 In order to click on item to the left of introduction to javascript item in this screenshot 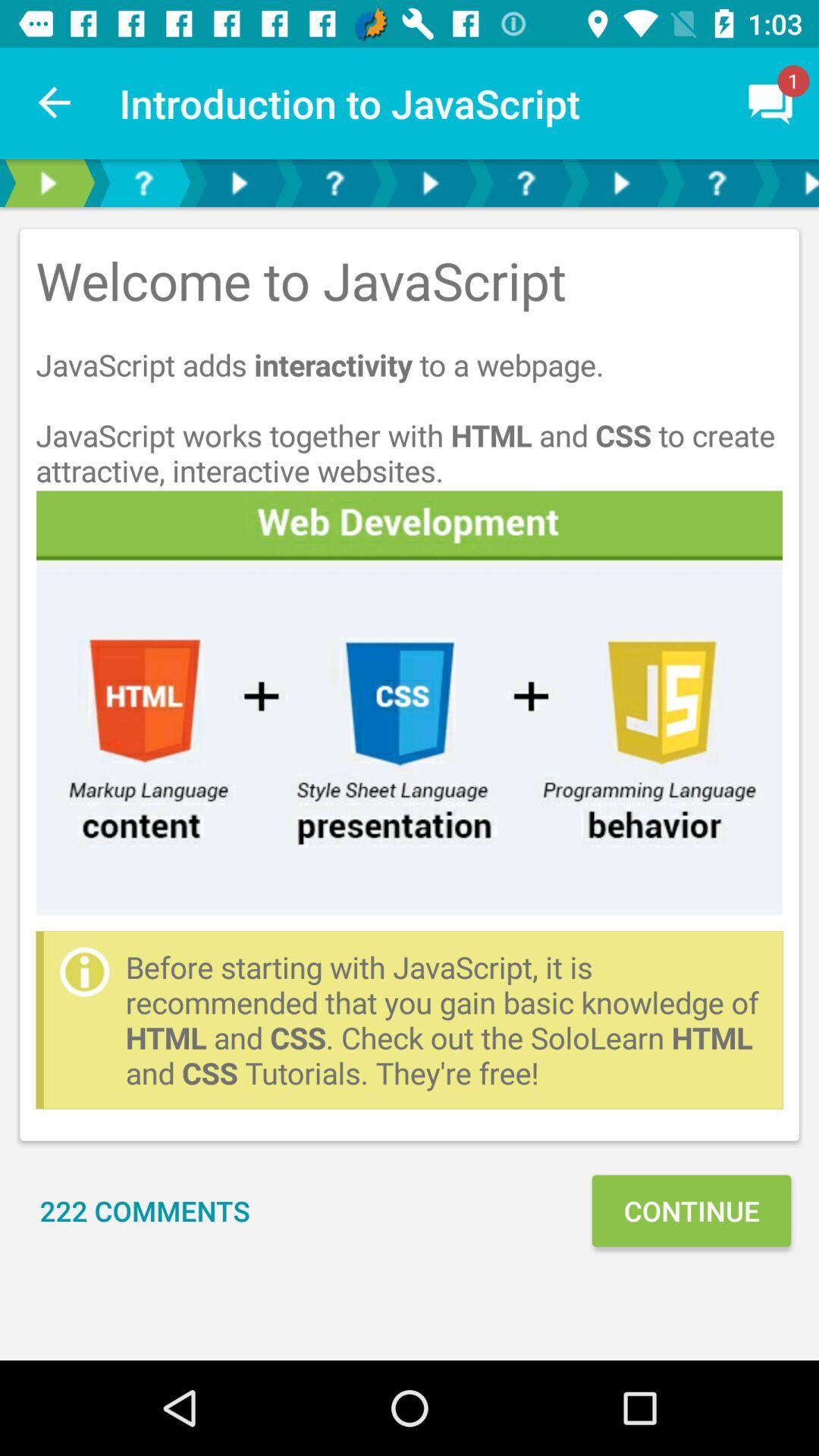, I will do `click(55, 102)`.